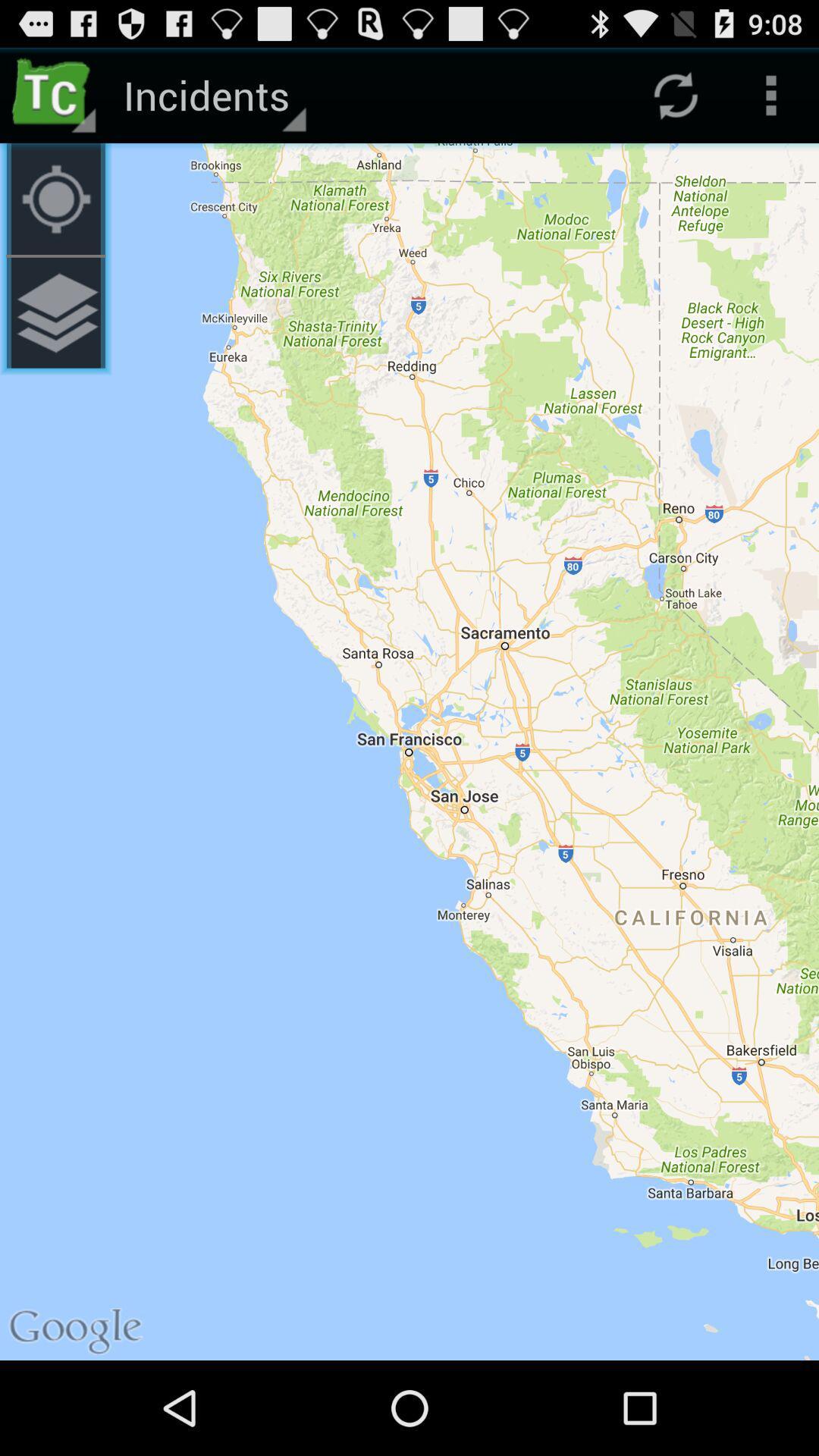  I want to click on the app next to the incidents, so click(55, 94).